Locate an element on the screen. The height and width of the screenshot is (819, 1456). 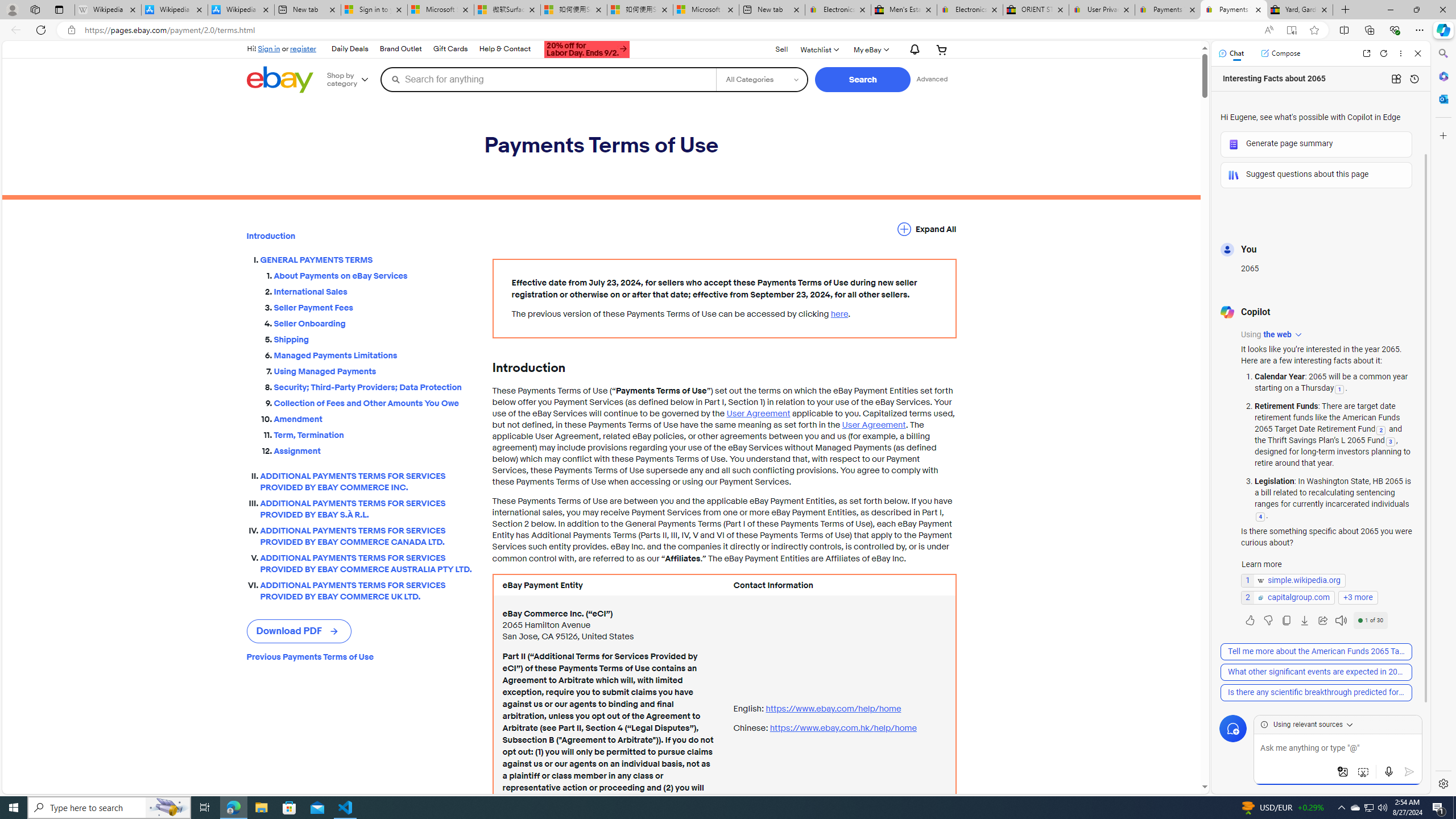
'International Sales' is located at coordinates (373, 292).